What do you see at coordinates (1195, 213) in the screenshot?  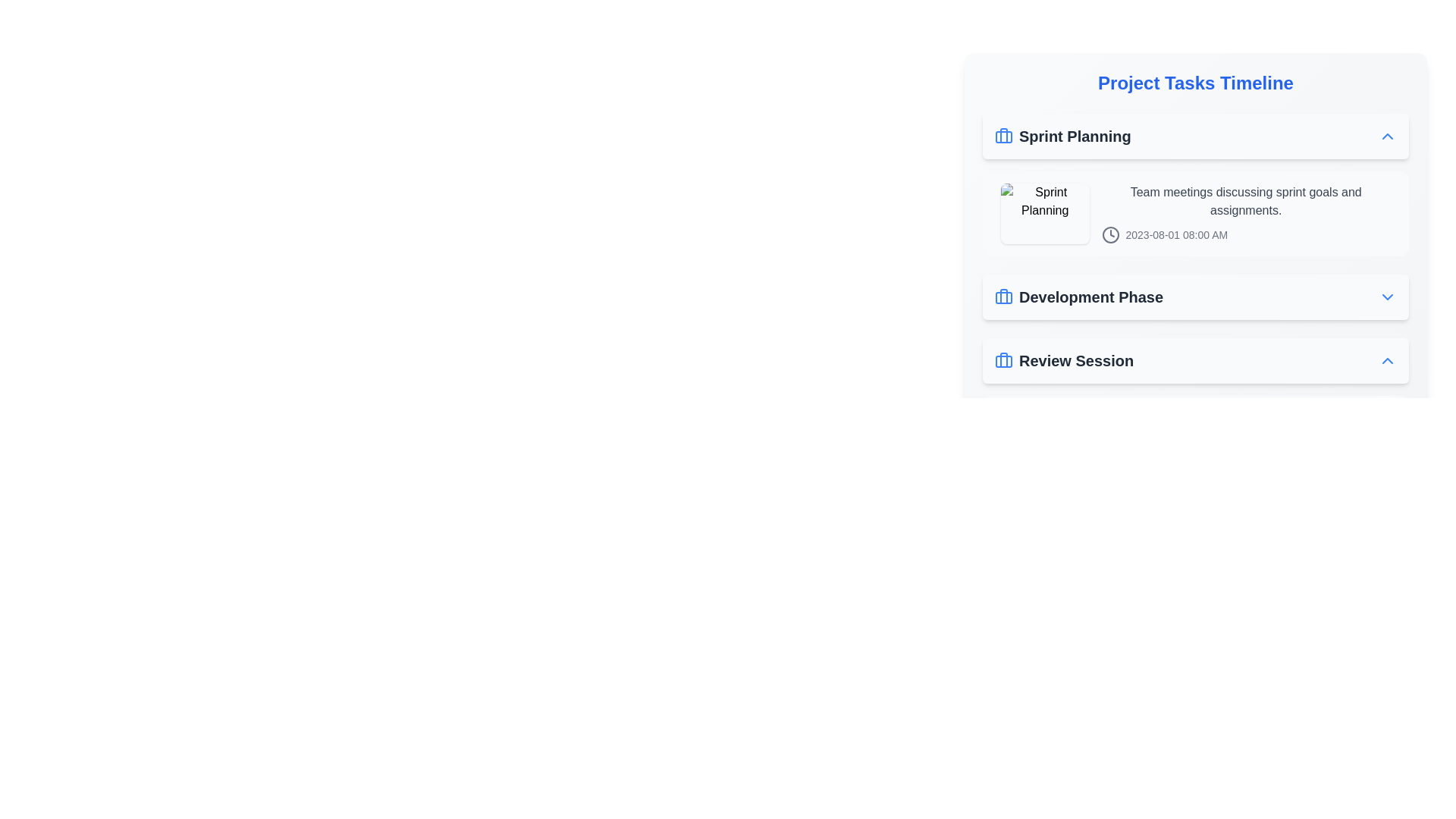 I see `the first informational card under the 'Sprint Planning' section in the 'Project Tasks Timeline' interface` at bounding box center [1195, 213].